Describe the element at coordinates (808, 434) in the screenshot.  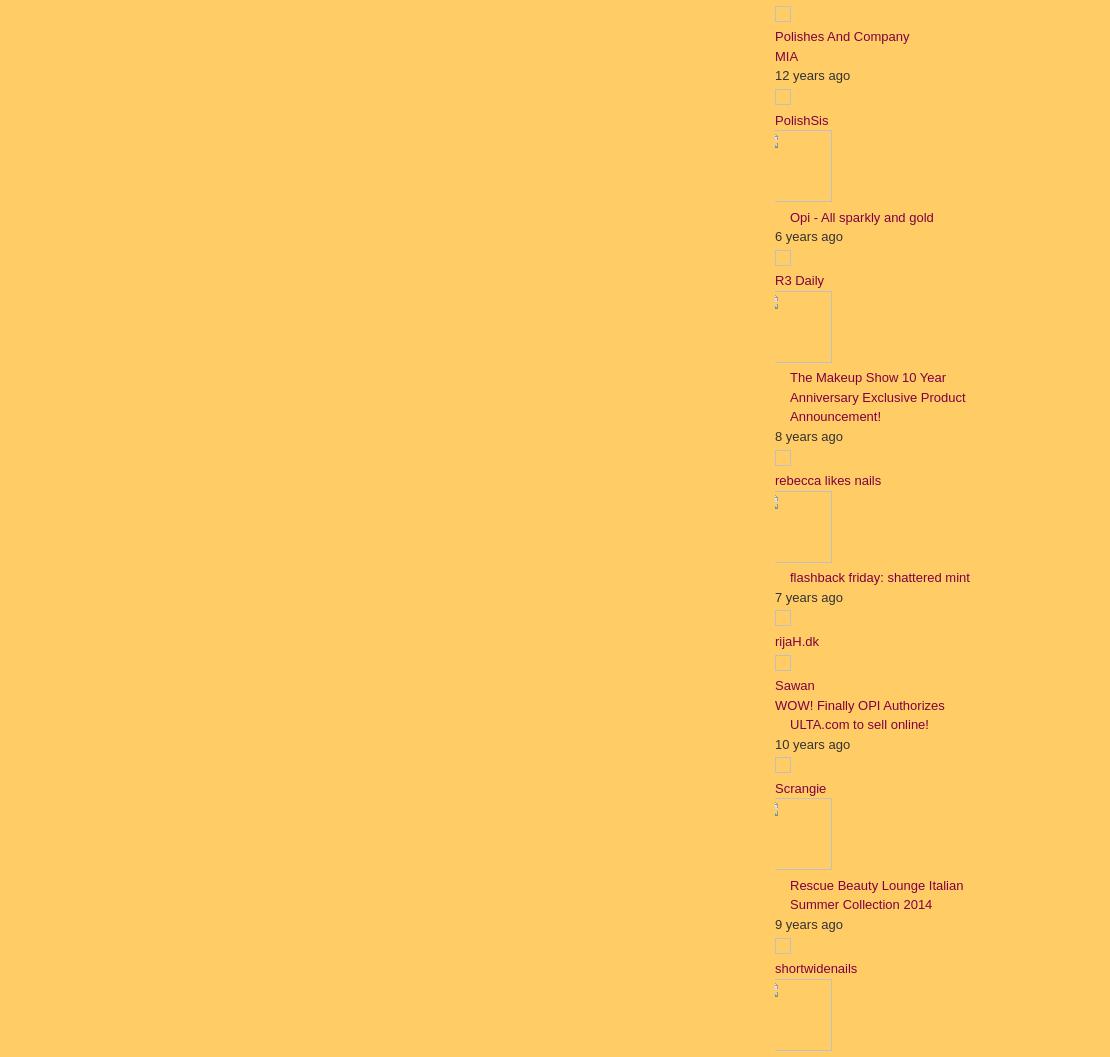
I see `'8 years ago'` at that location.